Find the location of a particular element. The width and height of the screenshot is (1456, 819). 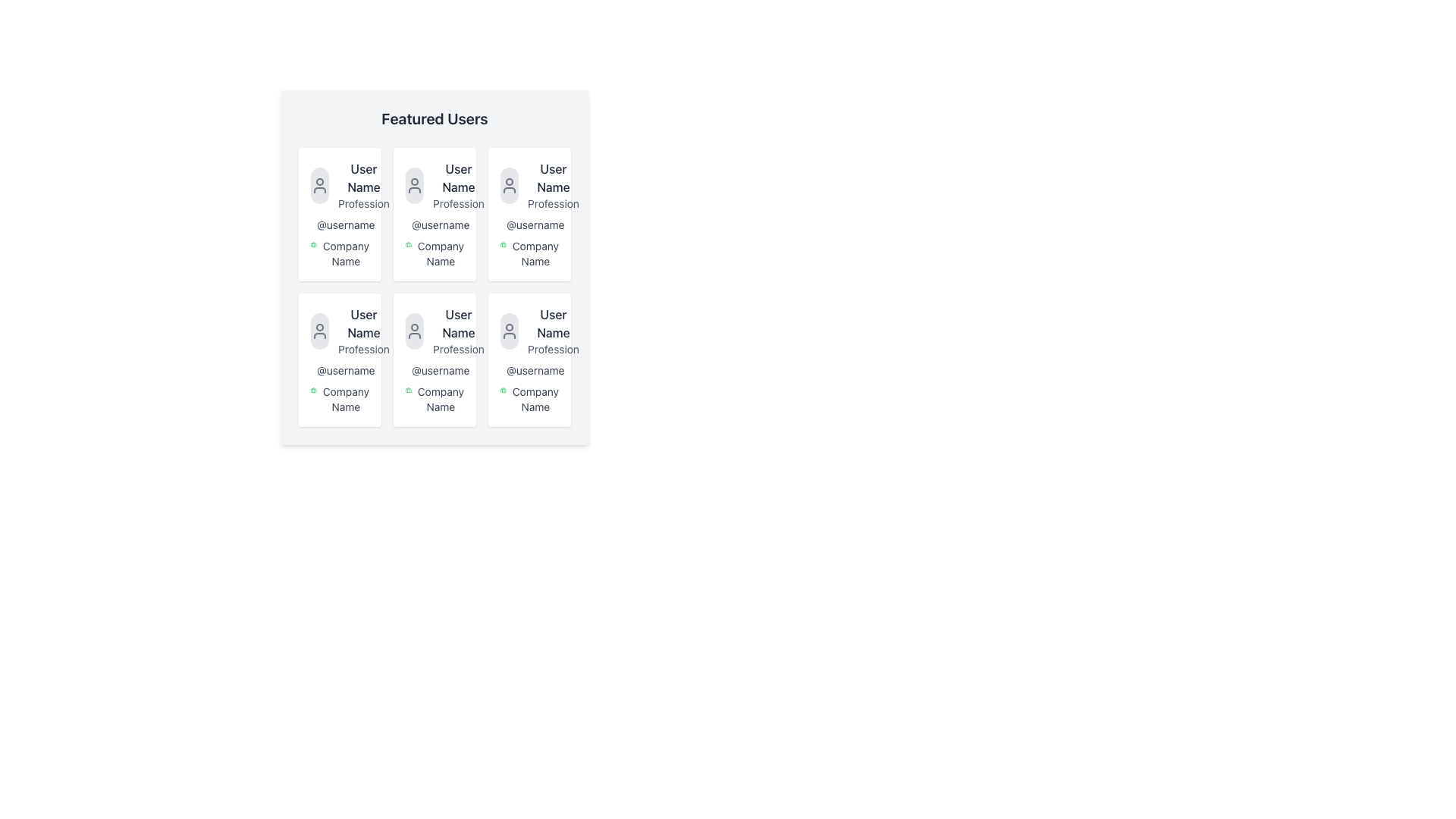

the circular icon with a light gray background featuring a user avatar illustration, located in the bottom-right card of a 3x2 grid, directly above the text 'User Name' and 'Profession' is located at coordinates (510, 330).